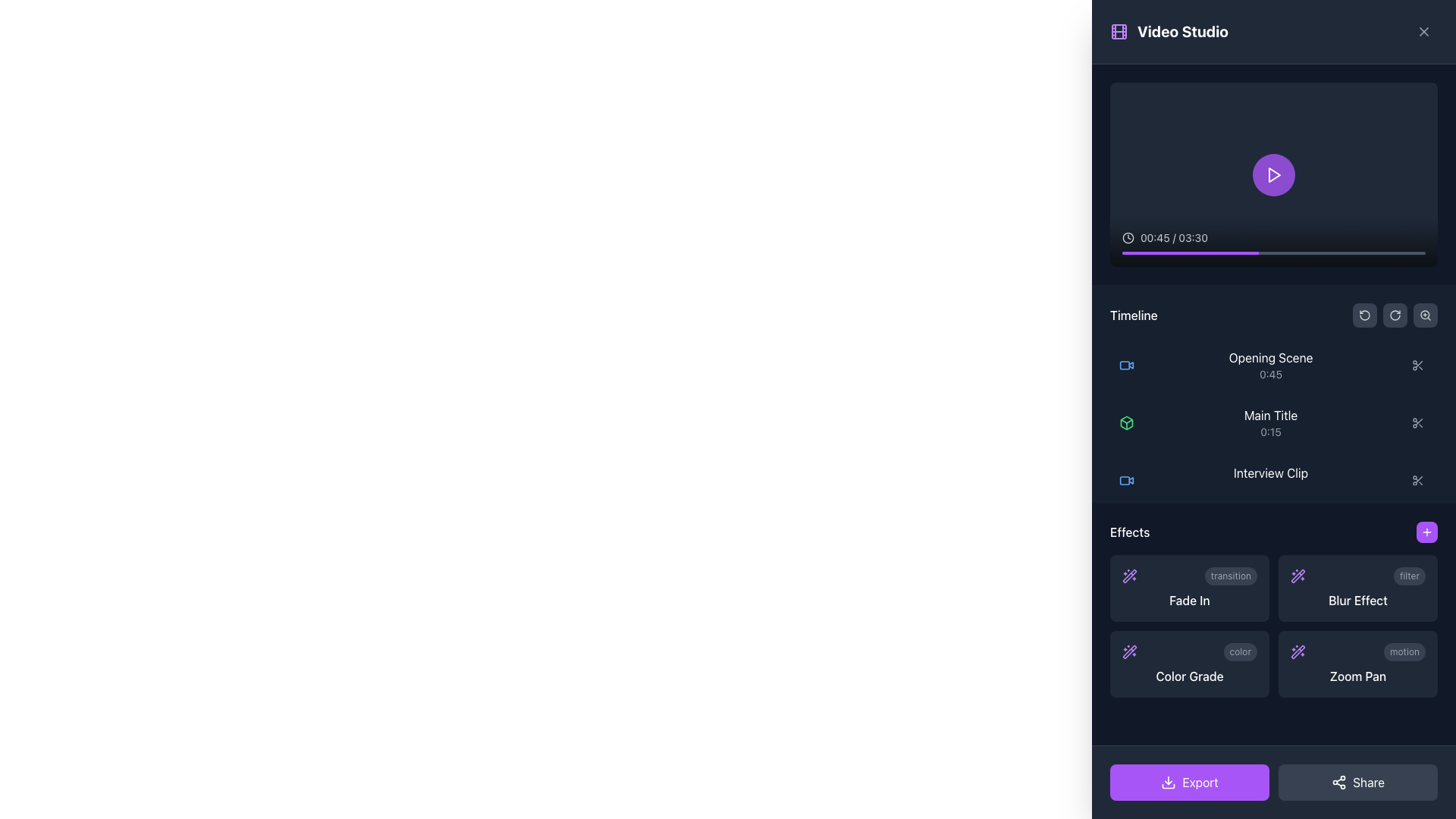  I want to click on the 'Fade In' effect tile located in the Effects section of the video editing layout, so click(1189, 587).